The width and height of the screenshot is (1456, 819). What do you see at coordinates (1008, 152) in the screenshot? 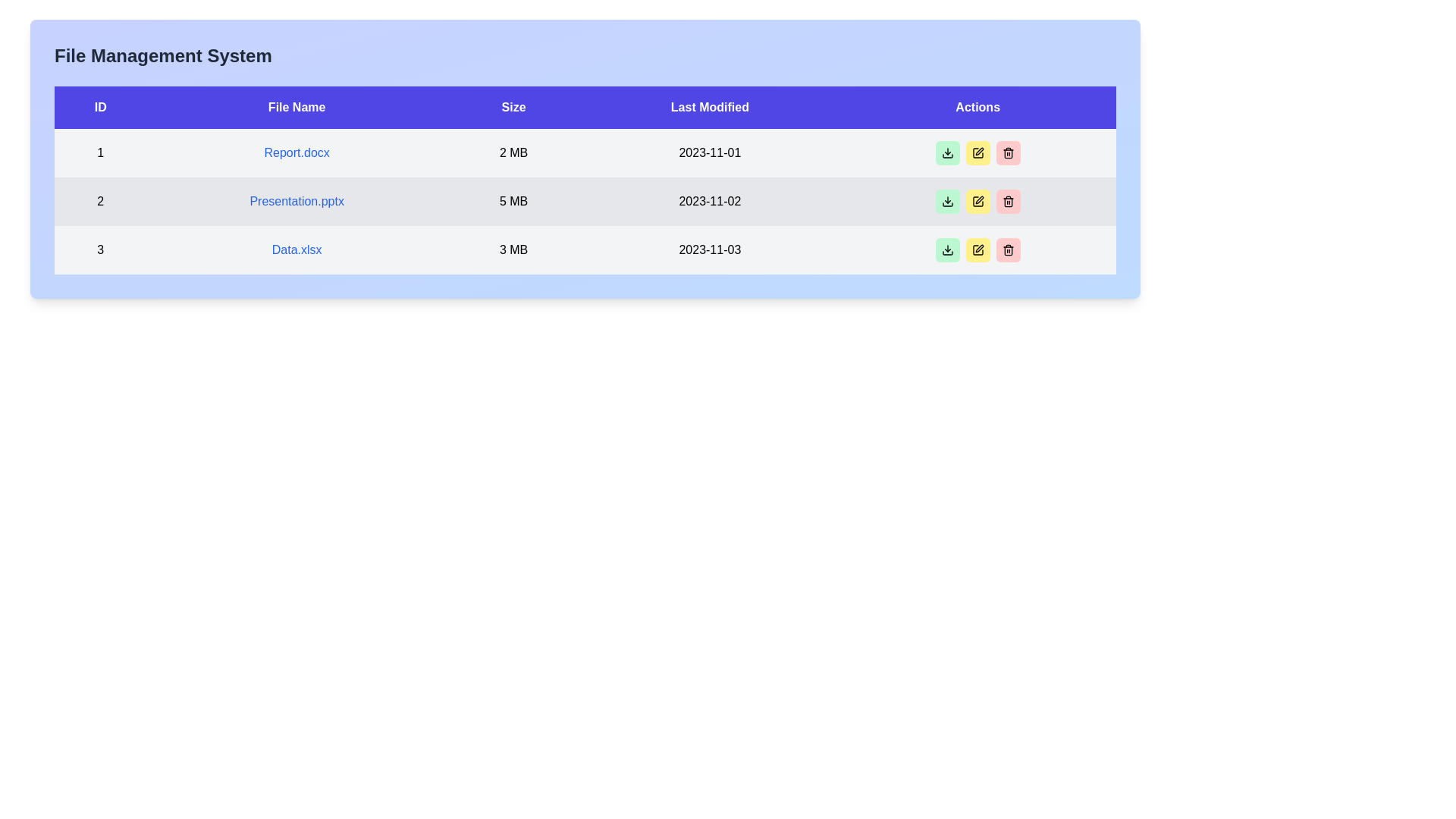
I see `the delete button with a red background and trash bin icon located in the 'Actions' column of the first file's row in the file management table` at bounding box center [1008, 152].